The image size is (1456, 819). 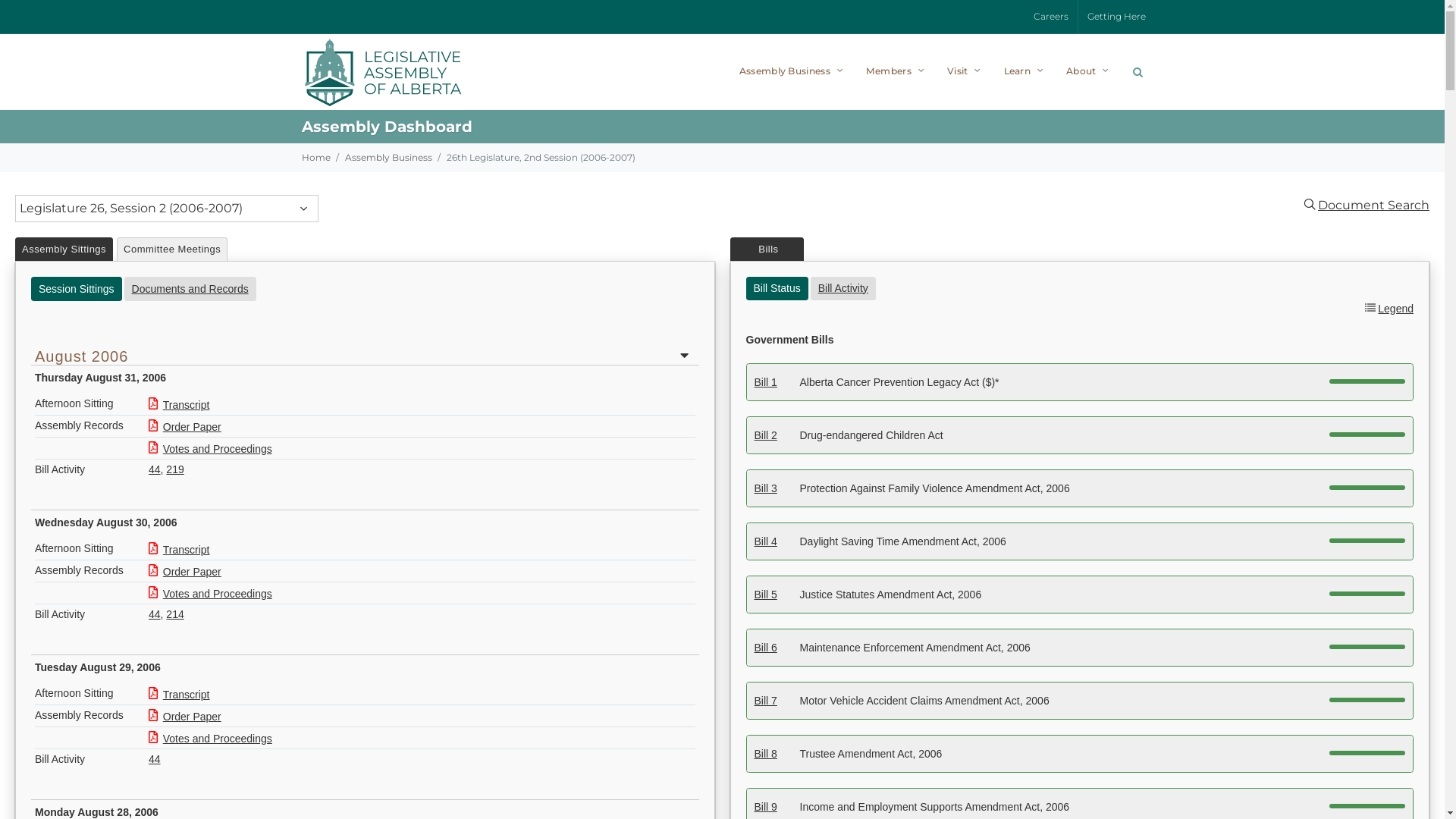 What do you see at coordinates (753, 488) in the screenshot?
I see `'Bill 3'` at bounding box center [753, 488].